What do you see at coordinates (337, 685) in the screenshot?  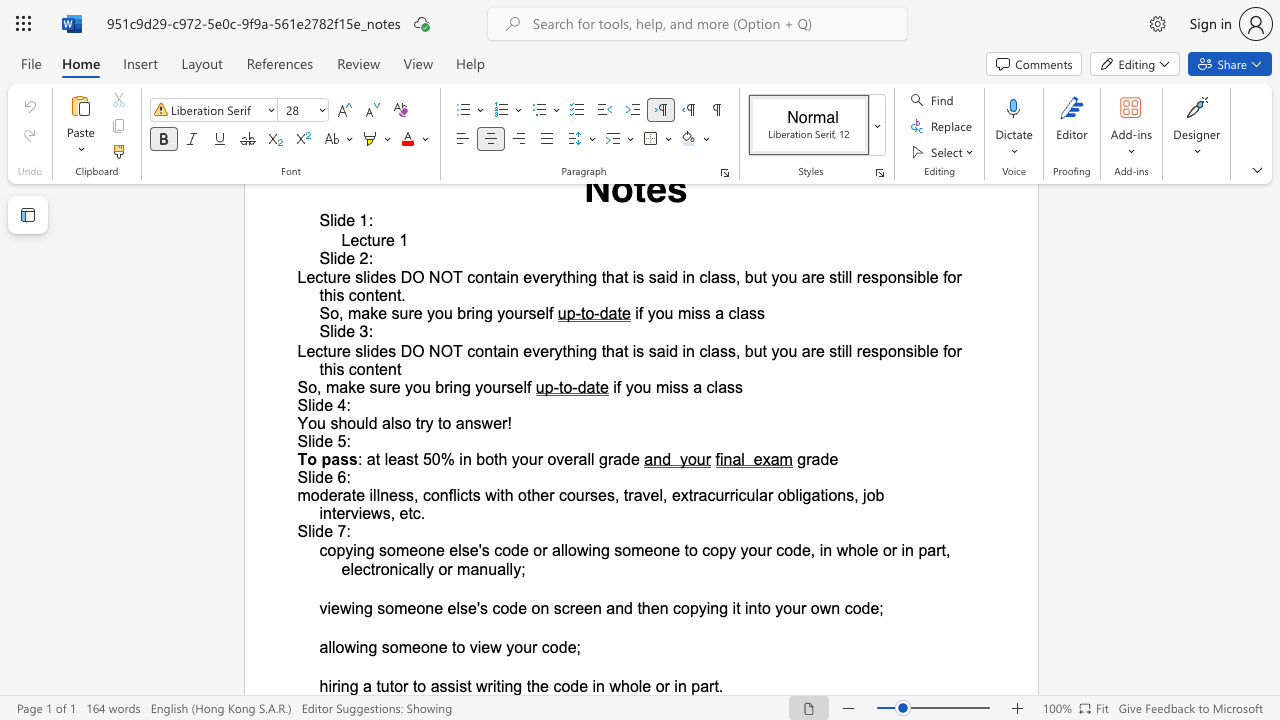 I see `the subset text "ing a tutor to" within the text "hiring a tutor to"` at bounding box center [337, 685].